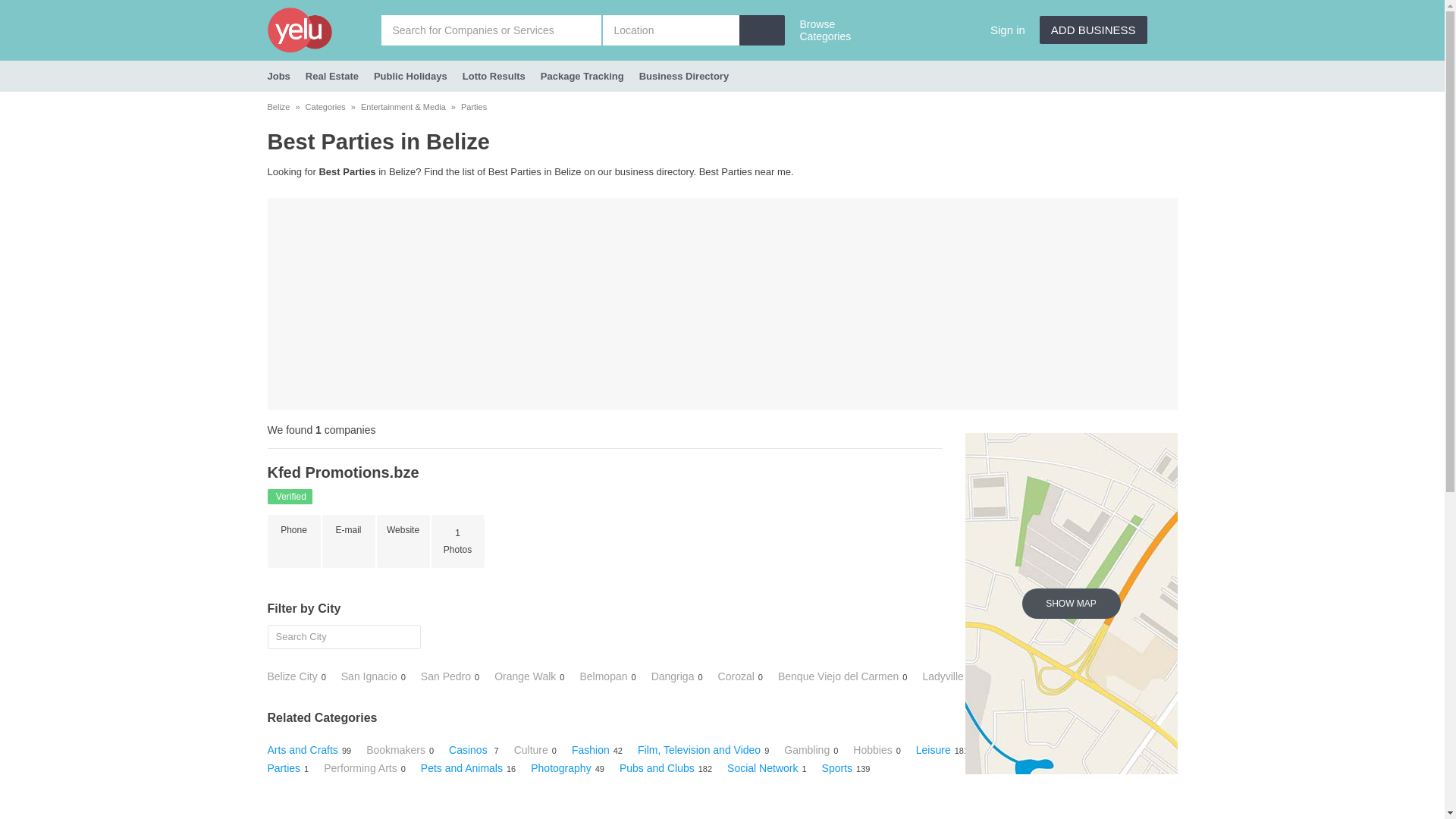  What do you see at coordinates (589, 748) in the screenshot?
I see `'Fashion'` at bounding box center [589, 748].